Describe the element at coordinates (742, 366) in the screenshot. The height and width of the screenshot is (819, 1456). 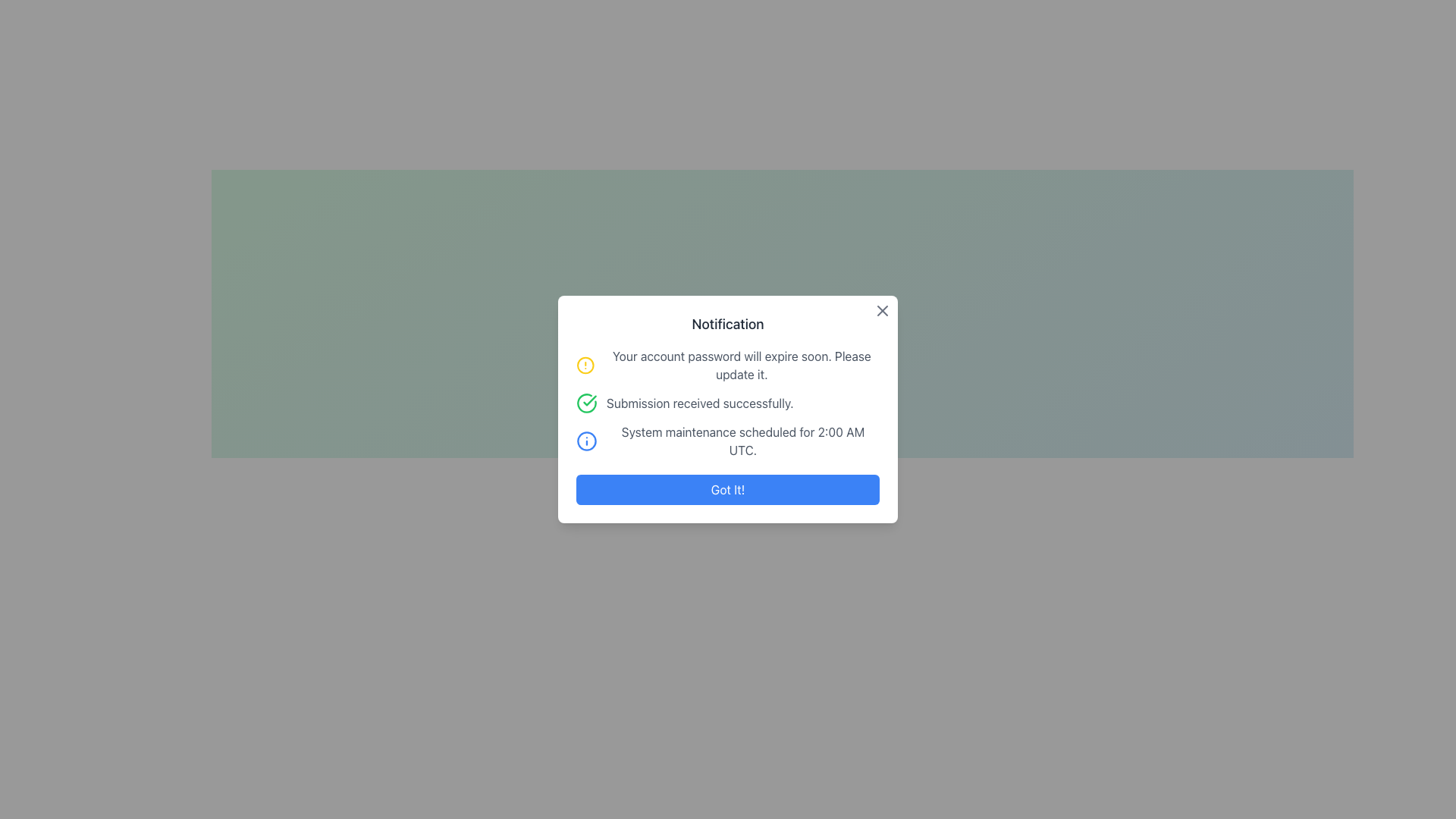
I see `text label displaying the message 'Your account password will expire soon. Please update it.' which is part of a notification modal` at that location.